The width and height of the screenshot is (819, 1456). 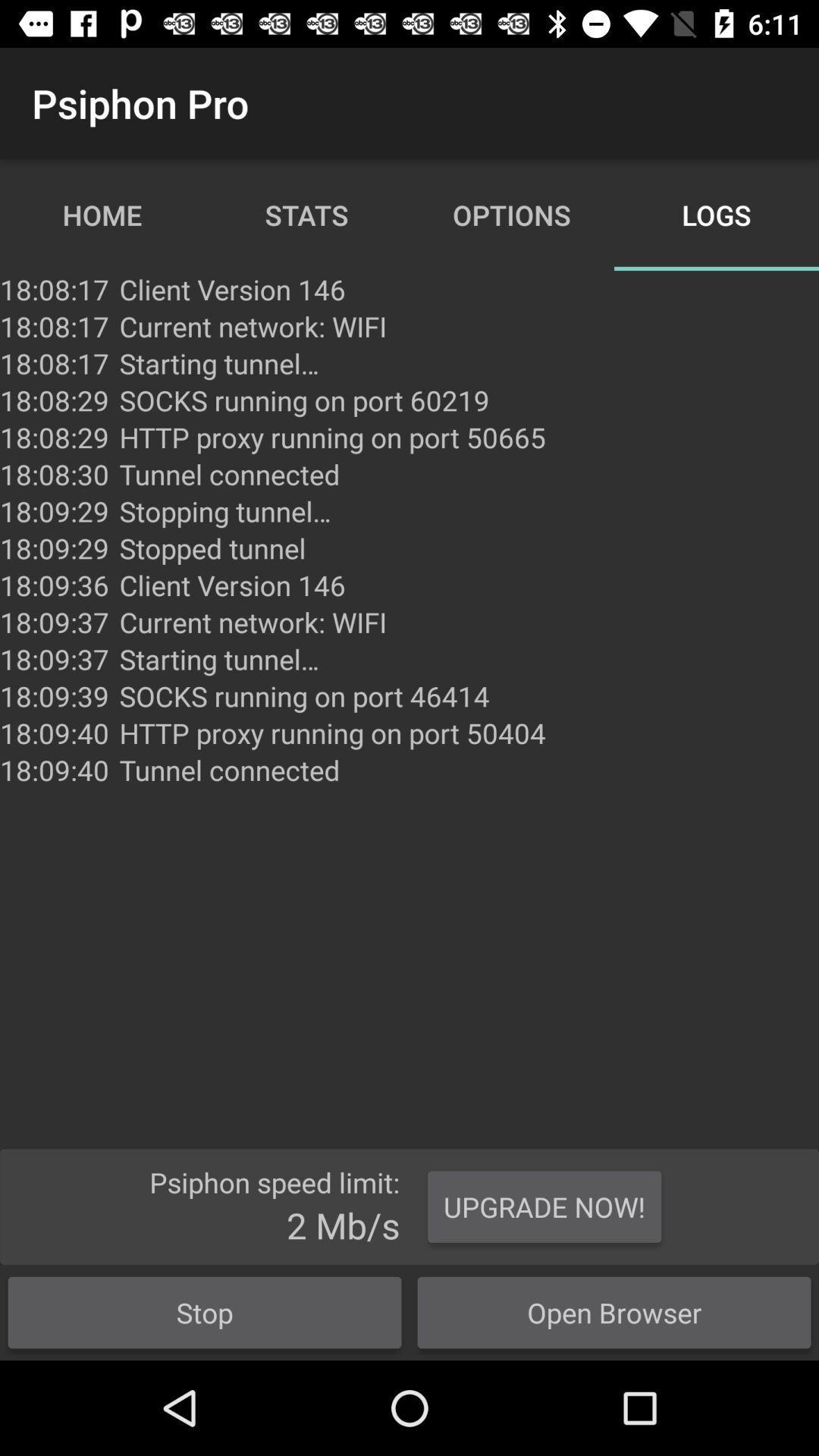 I want to click on icon to the left of open browser button, so click(x=205, y=1312).